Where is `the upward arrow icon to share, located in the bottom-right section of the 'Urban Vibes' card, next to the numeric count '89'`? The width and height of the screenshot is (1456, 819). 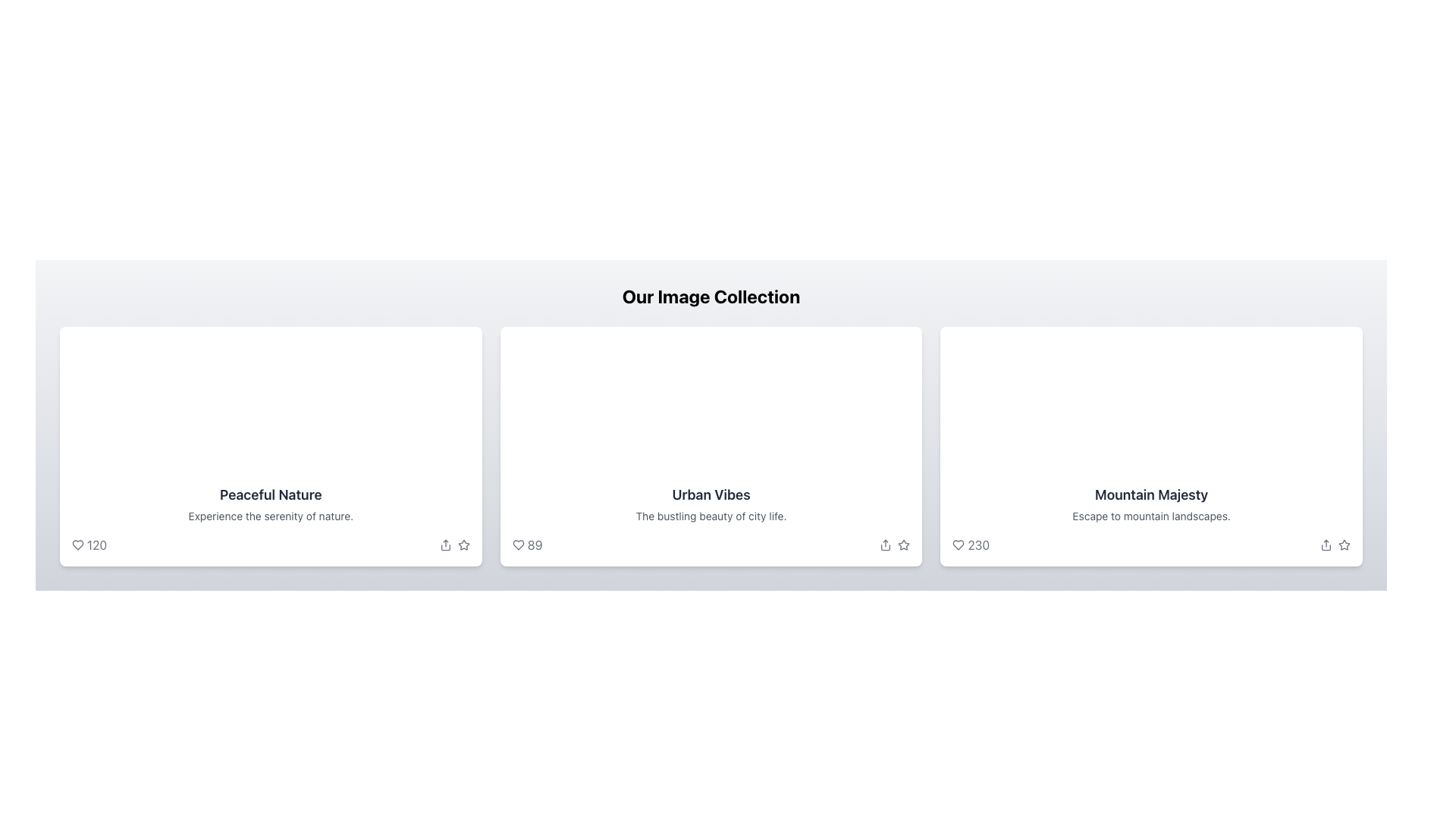 the upward arrow icon to share, located in the bottom-right section of the 'Urban Vibes' card, next to the numeric count '89' is located at coordinates (895, 544).